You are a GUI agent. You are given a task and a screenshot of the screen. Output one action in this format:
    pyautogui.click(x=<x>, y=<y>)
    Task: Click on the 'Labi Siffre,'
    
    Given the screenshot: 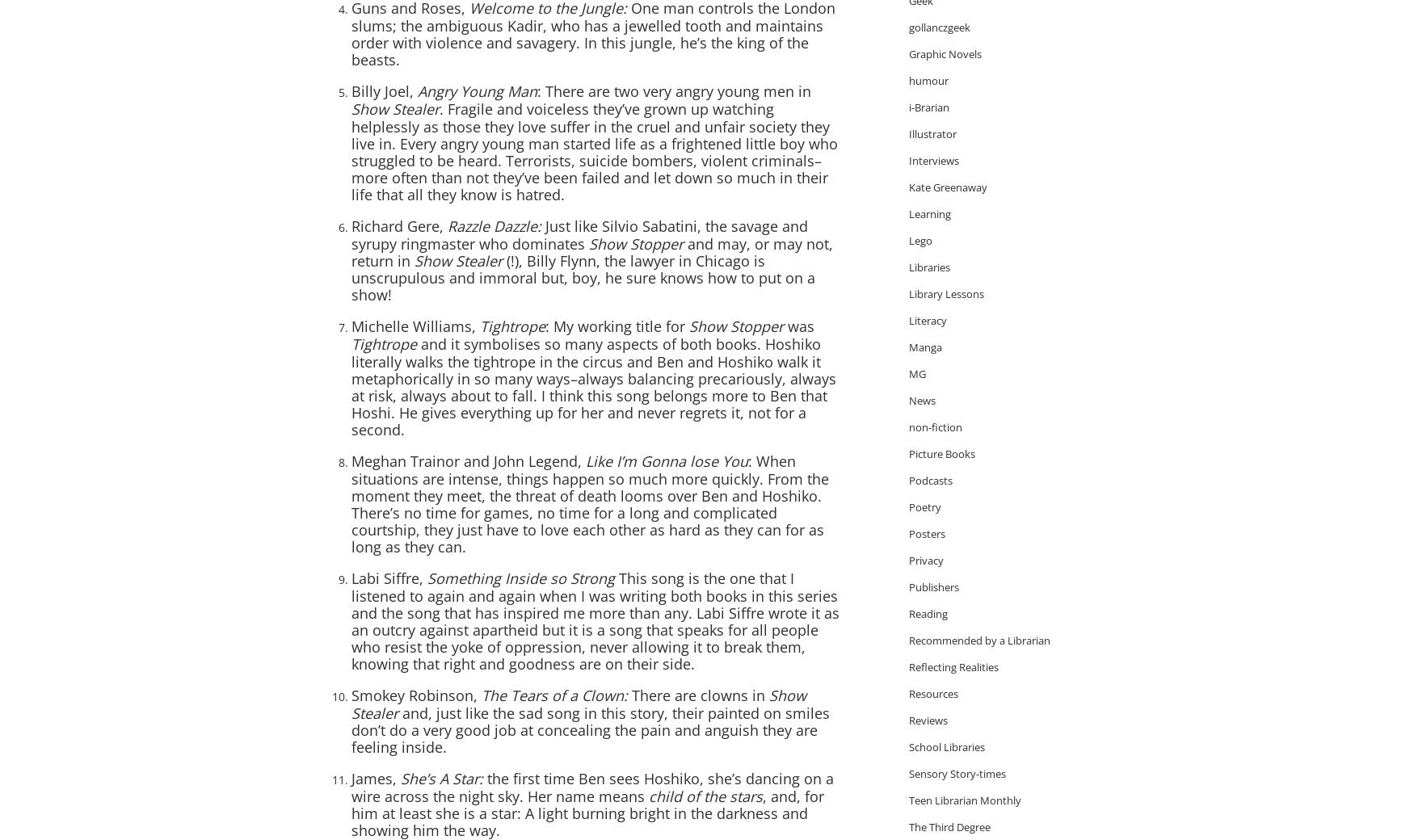 What is the action you would take?
    pyautogui.click(x=389, y=578)
    